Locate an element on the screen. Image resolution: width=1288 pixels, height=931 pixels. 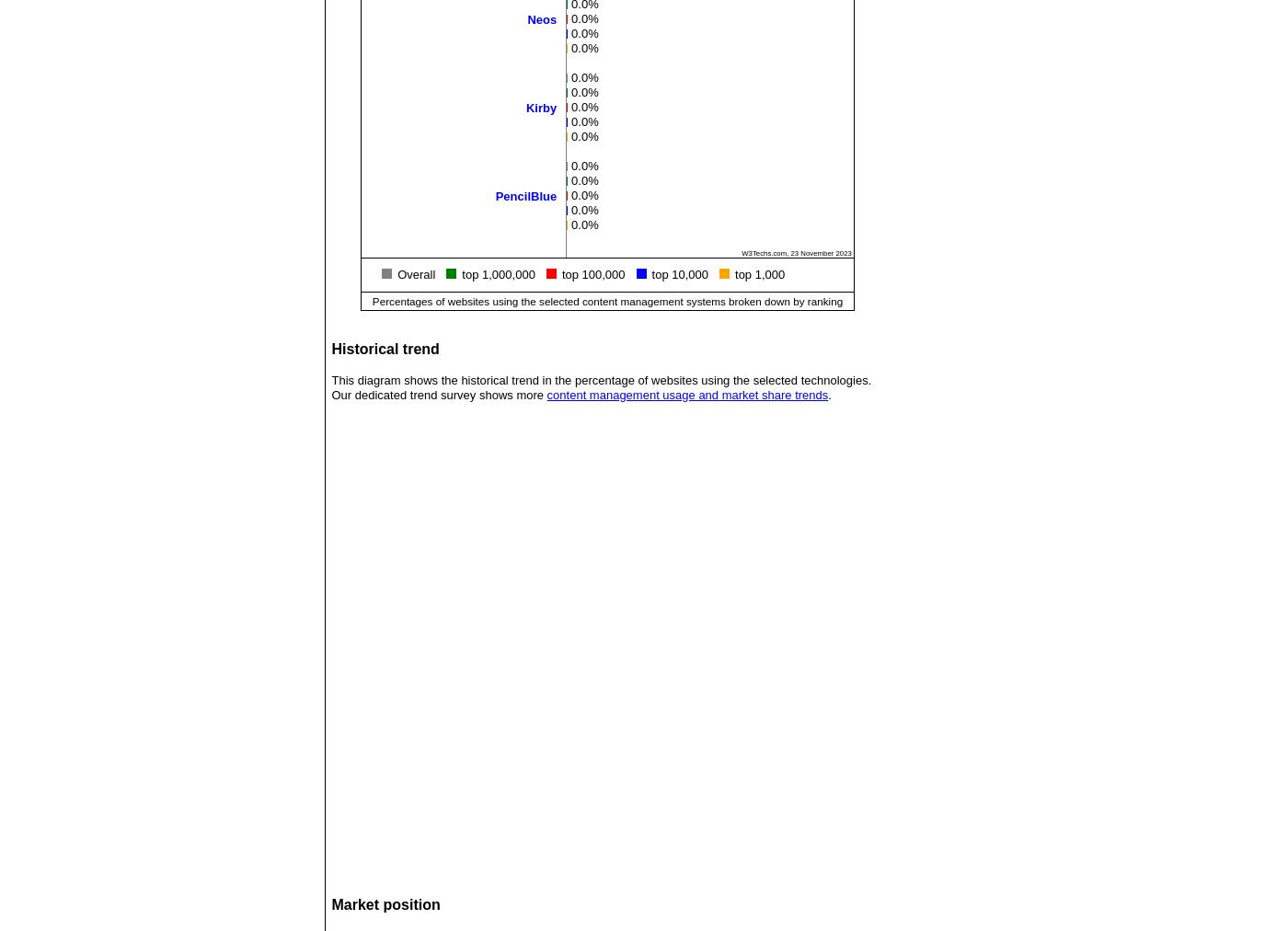
'.' is located at coordinates (829, 395).